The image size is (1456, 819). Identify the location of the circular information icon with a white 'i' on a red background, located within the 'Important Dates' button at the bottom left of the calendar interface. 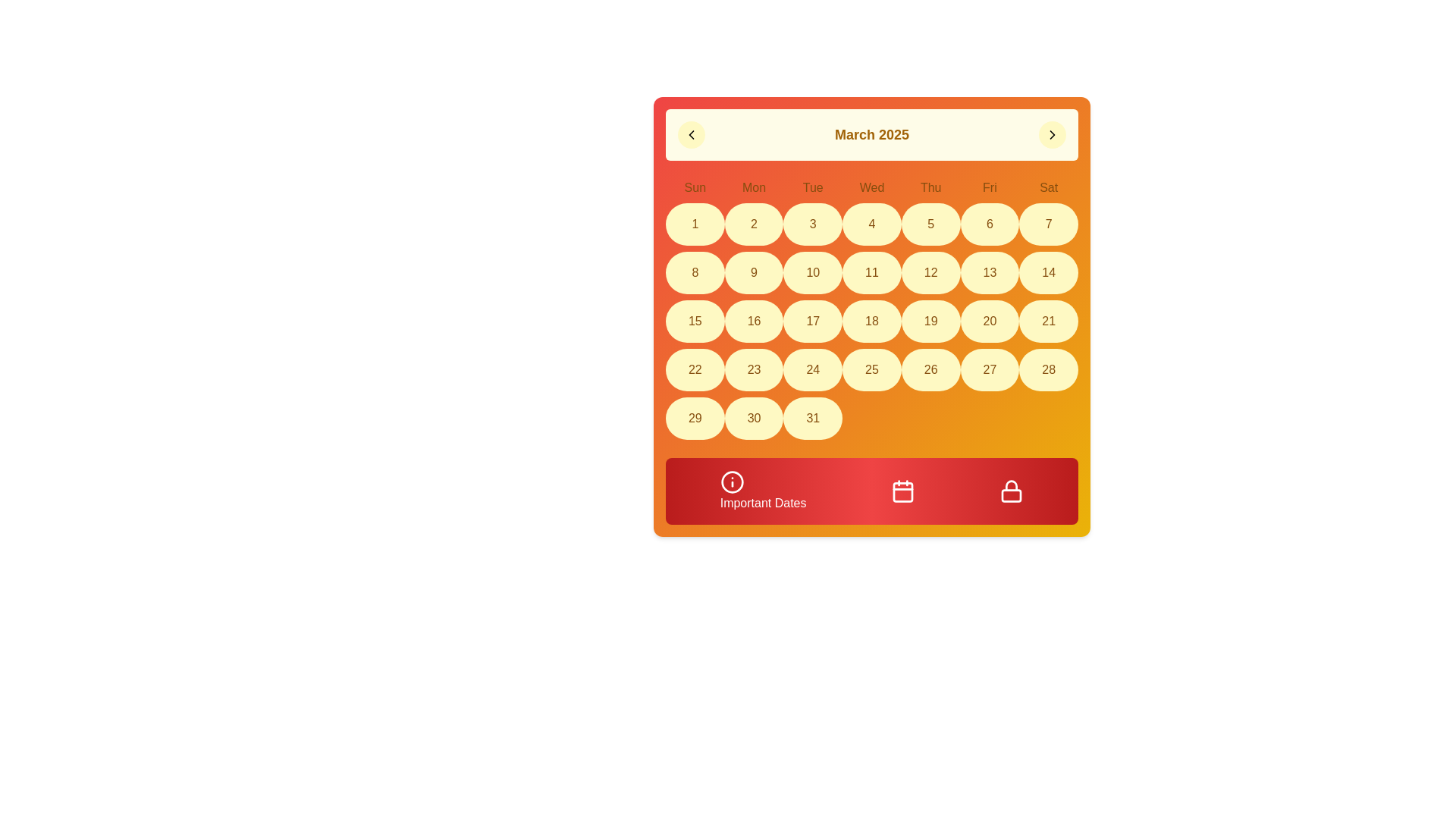
(732, 482).